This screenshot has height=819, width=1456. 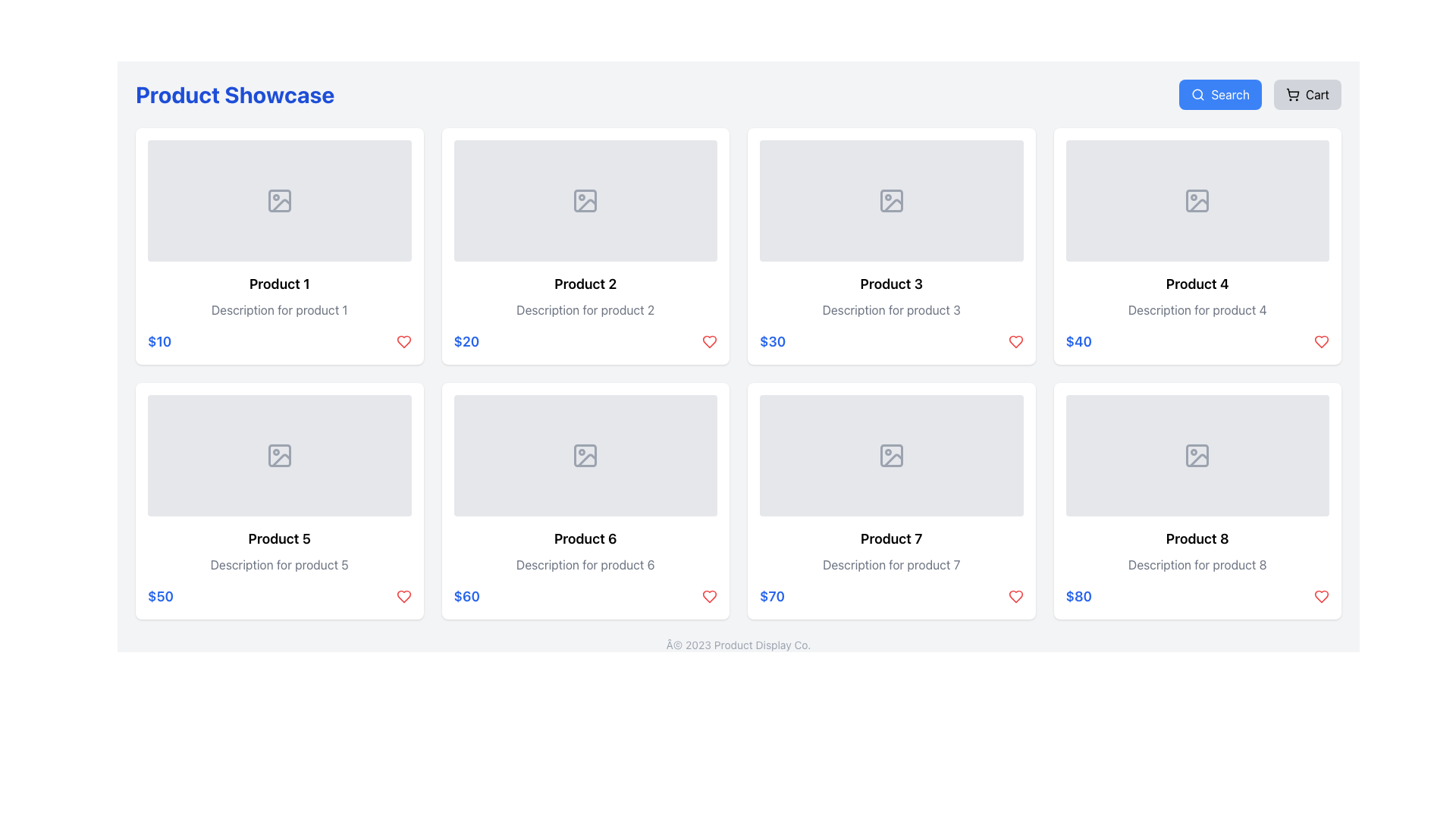 I want to click on the fourth product card in the e-commerce interface, so click(x=1197, y=245).